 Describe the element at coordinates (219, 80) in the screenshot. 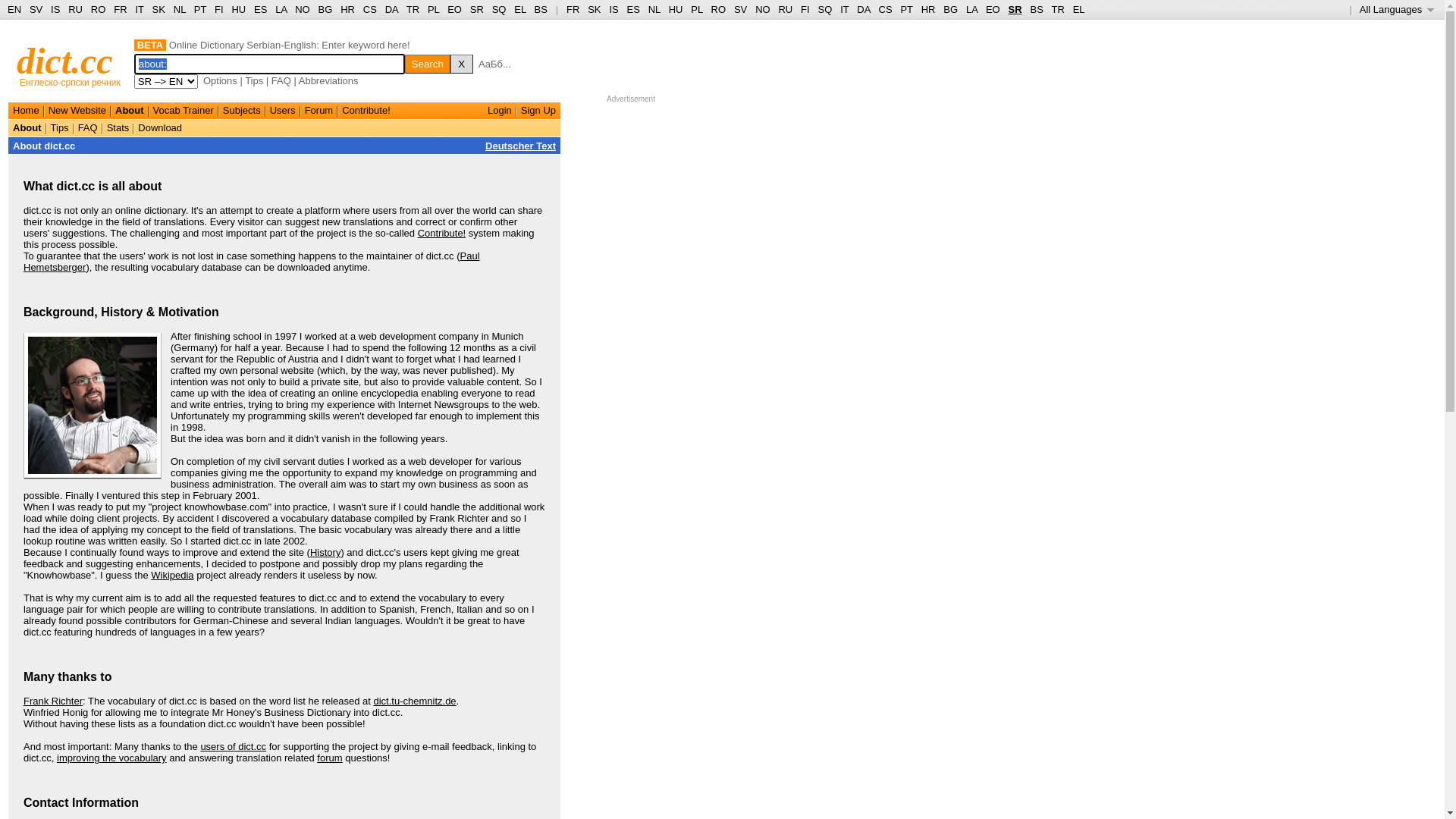

I see `'Options'` at that location.